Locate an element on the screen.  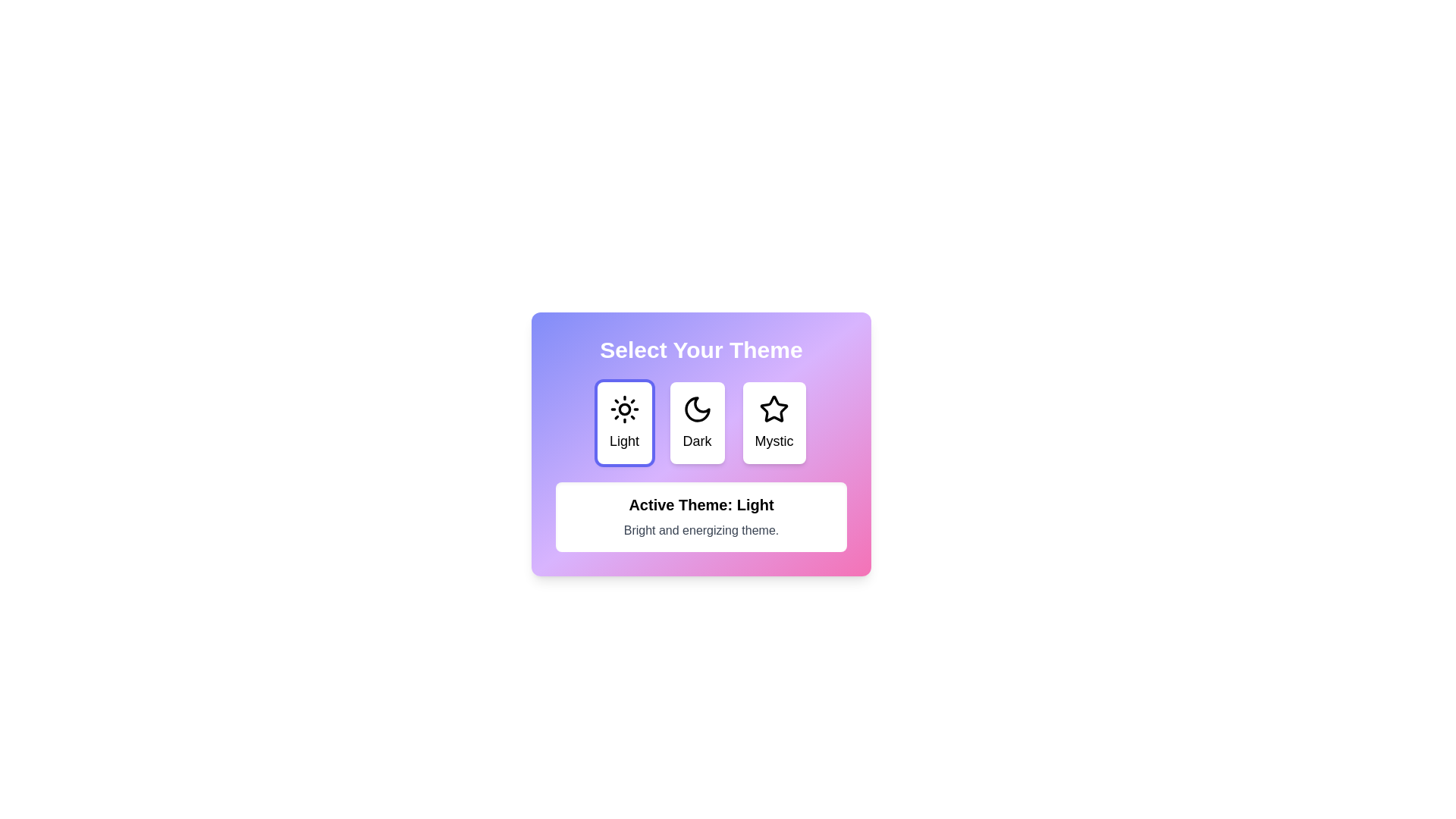
the button labeled Dark to observe its hover effect is located at coordinates (696, 423).